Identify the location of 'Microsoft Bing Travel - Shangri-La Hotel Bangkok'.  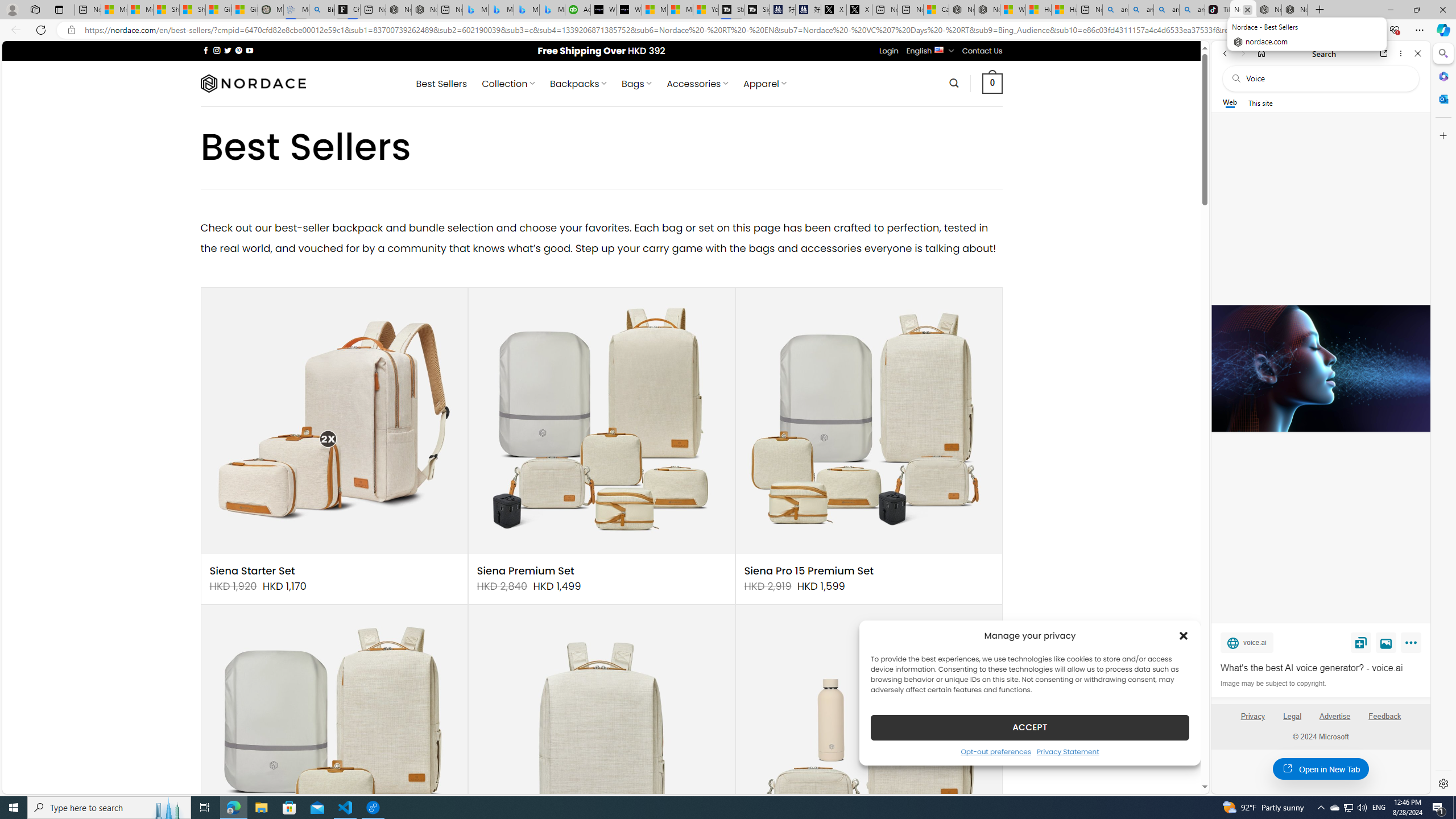
(552, 9).